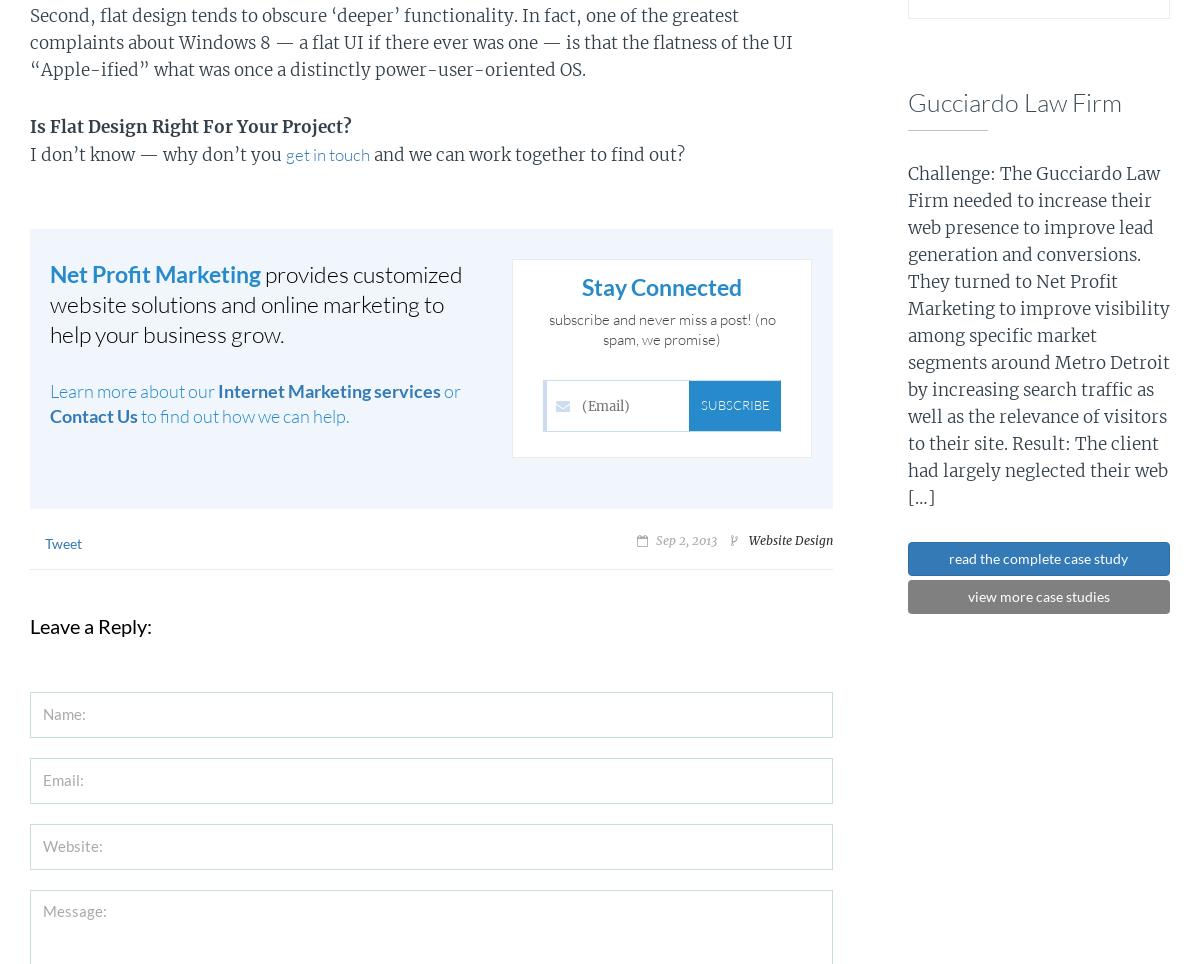 Image resolution: width=1200 pixels, height=964 pixels. I want to click on 'Sep 2, 2013', so click(654, 539).